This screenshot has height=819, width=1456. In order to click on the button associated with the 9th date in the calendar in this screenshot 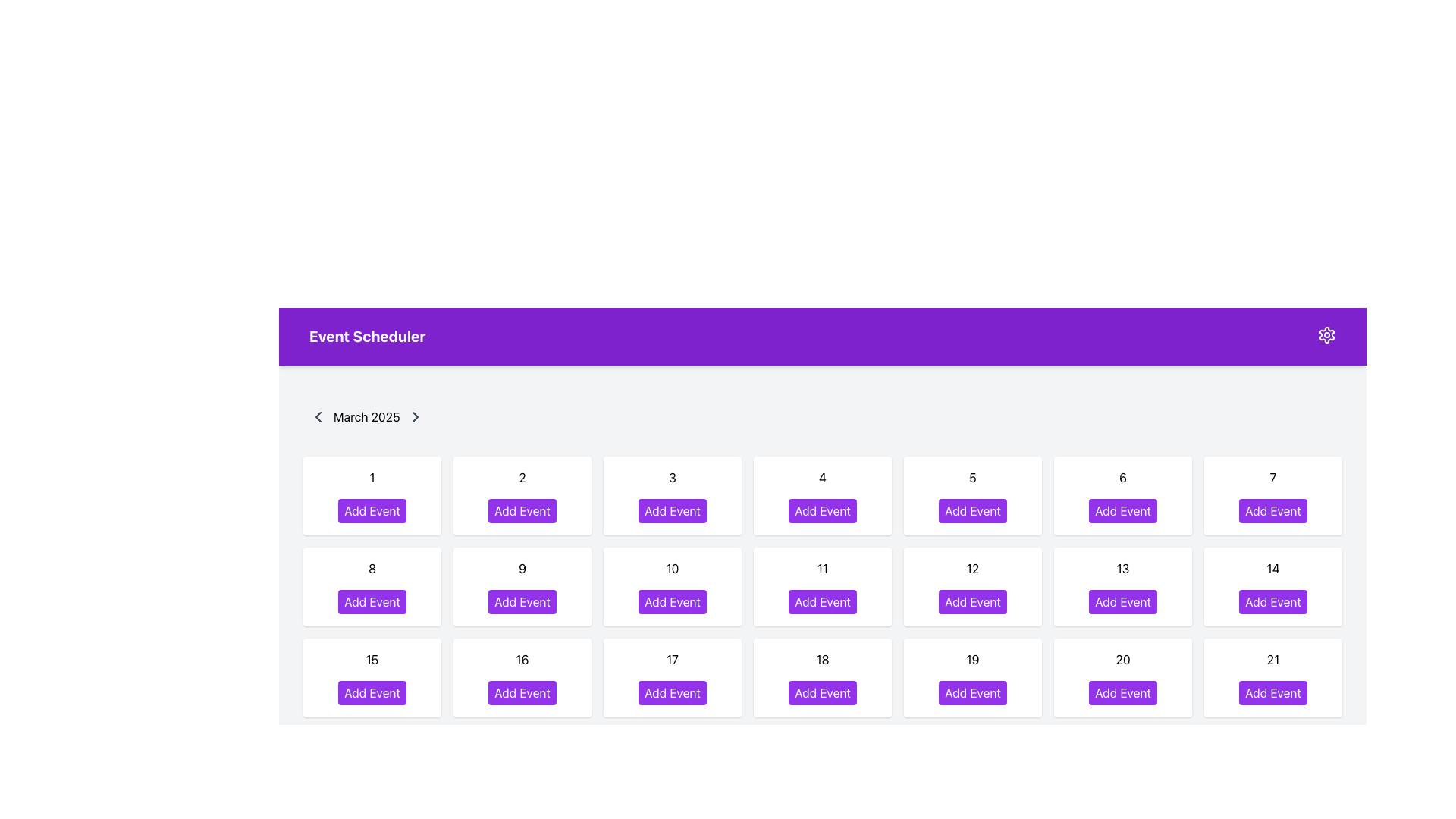, I will do `click(522, 586)`.